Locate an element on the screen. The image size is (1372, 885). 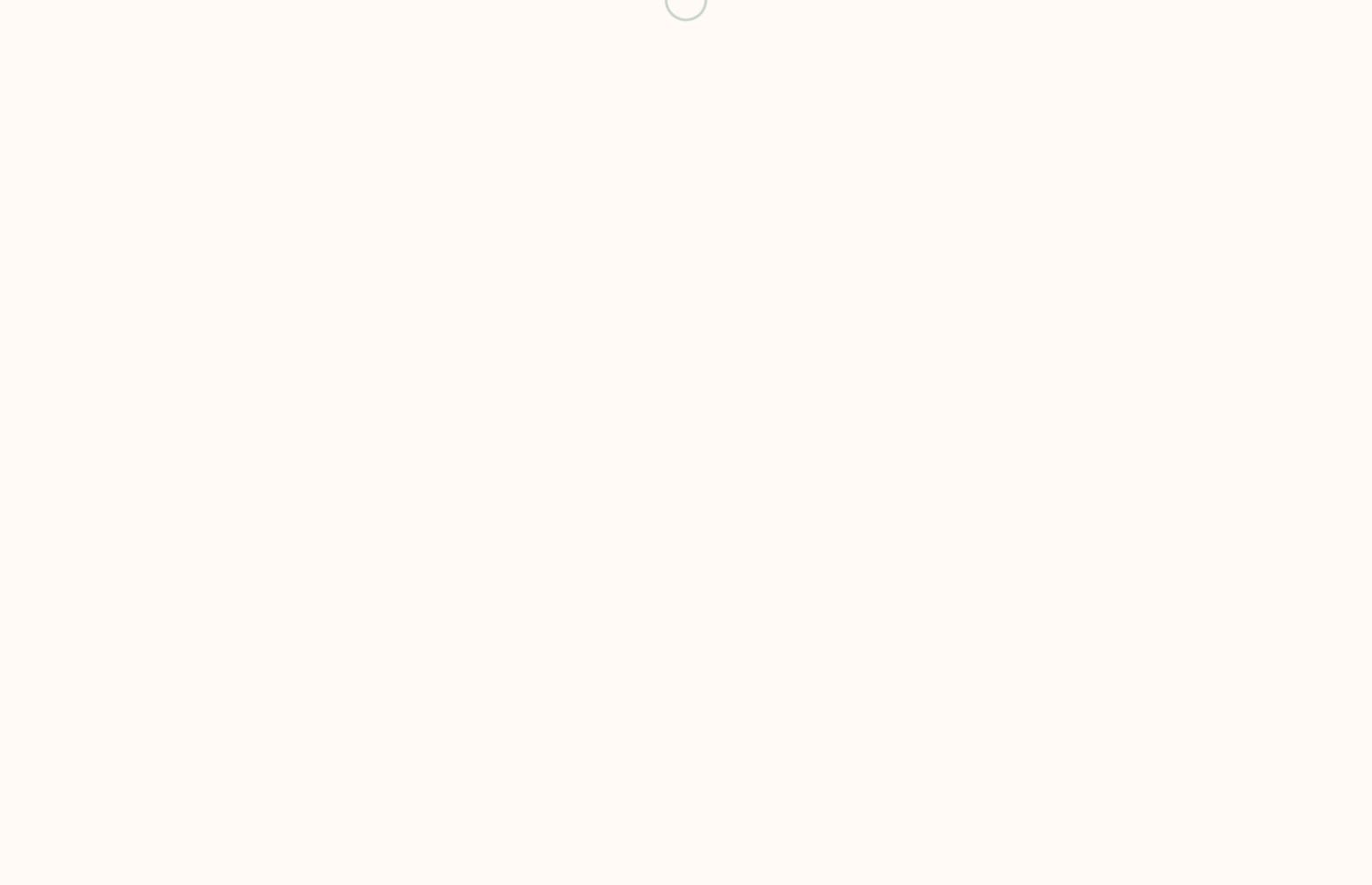
'(At the Dulles Landing Shopping Center at the corner of Rte 50 and Loudoun County Pkwy. We are located directly across the parking lot from DSW.)' is located at coordinates (201, 139).